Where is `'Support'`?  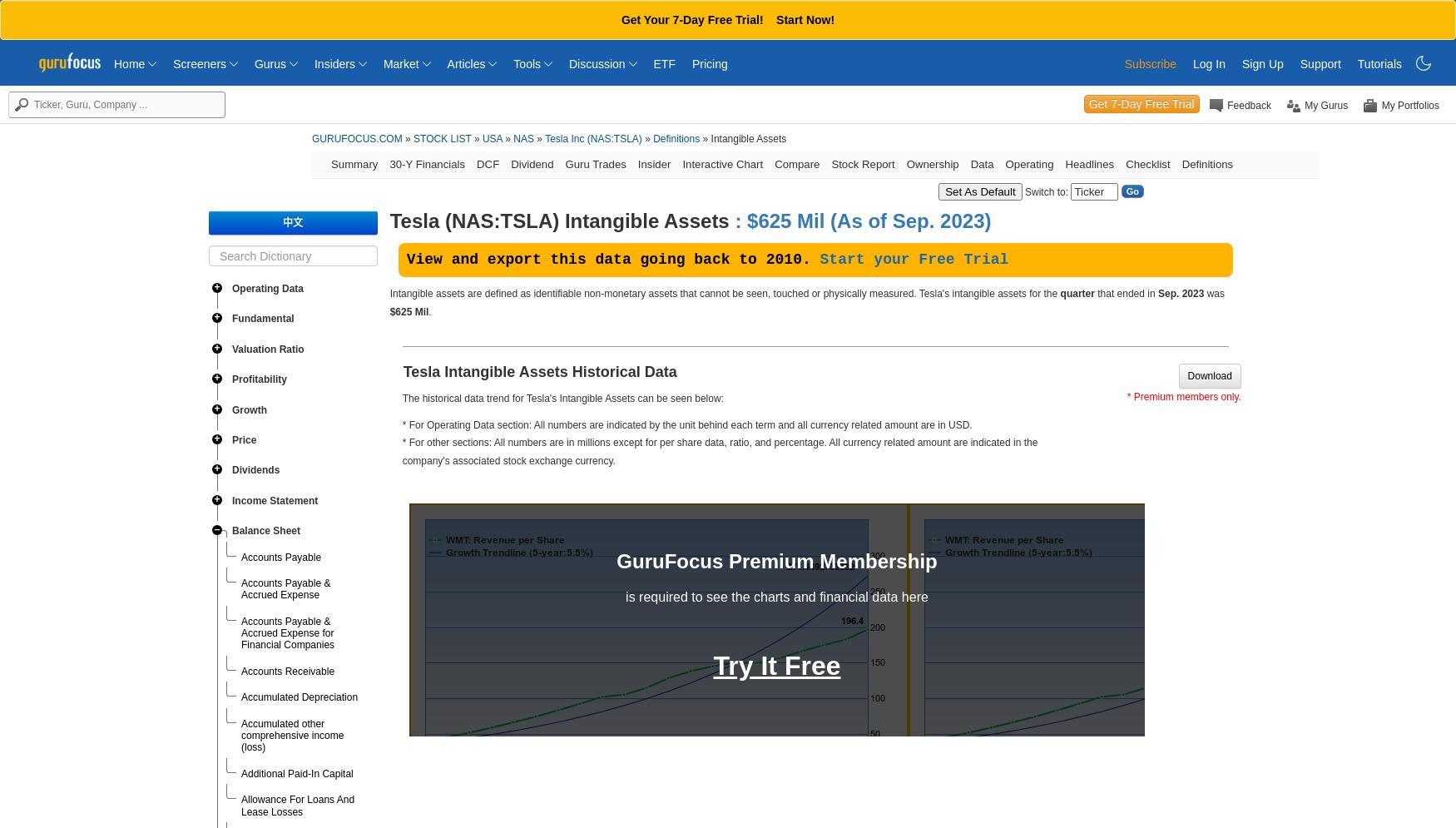
'Support' is located at coordinates (1320, 64).